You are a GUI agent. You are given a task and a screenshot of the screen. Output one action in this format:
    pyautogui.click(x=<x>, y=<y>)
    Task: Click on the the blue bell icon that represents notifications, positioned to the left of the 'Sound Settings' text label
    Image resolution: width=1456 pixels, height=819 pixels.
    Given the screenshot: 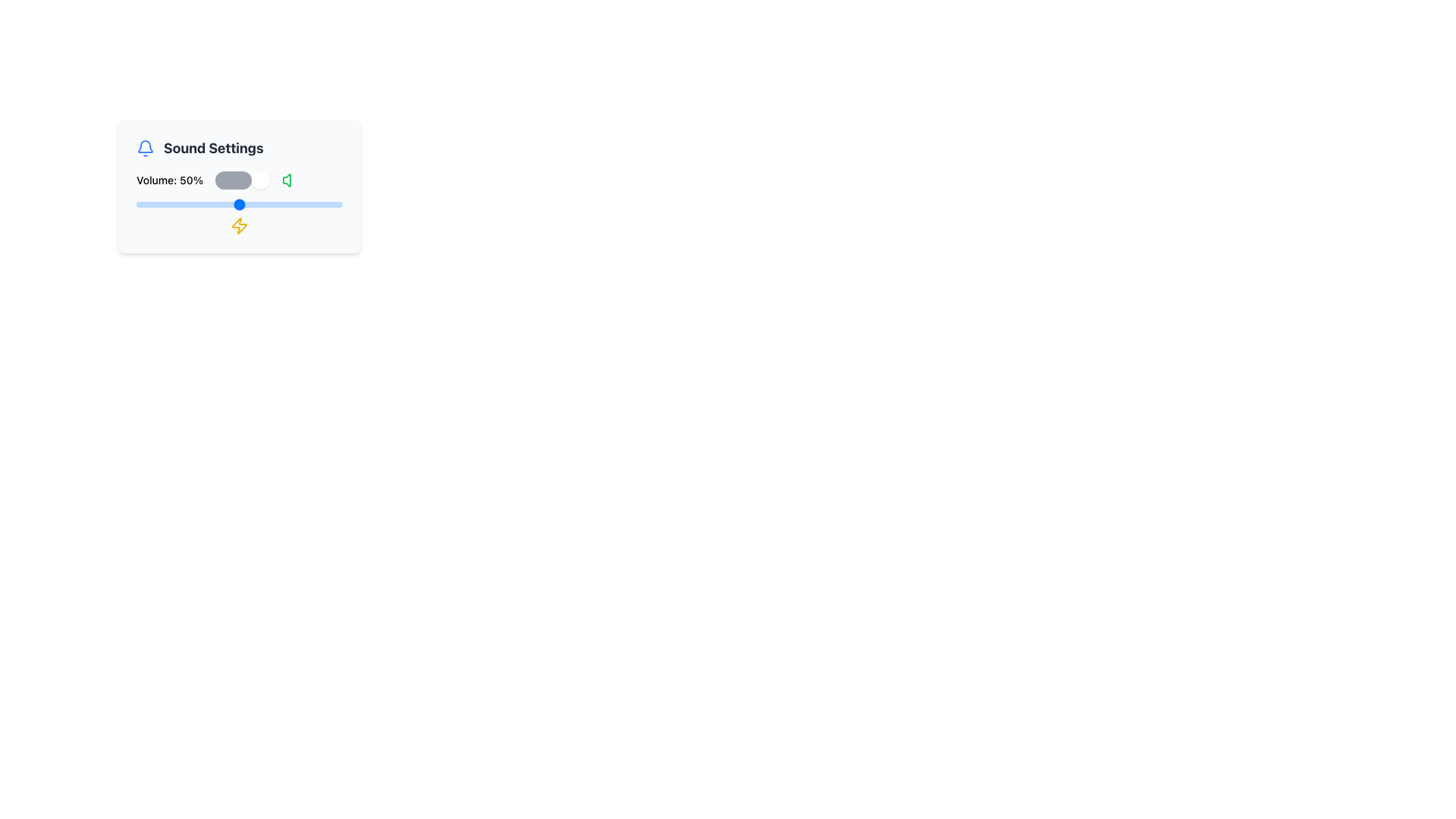 What is the action you would take?
    pyautogui.click(x=146, y=149)
    